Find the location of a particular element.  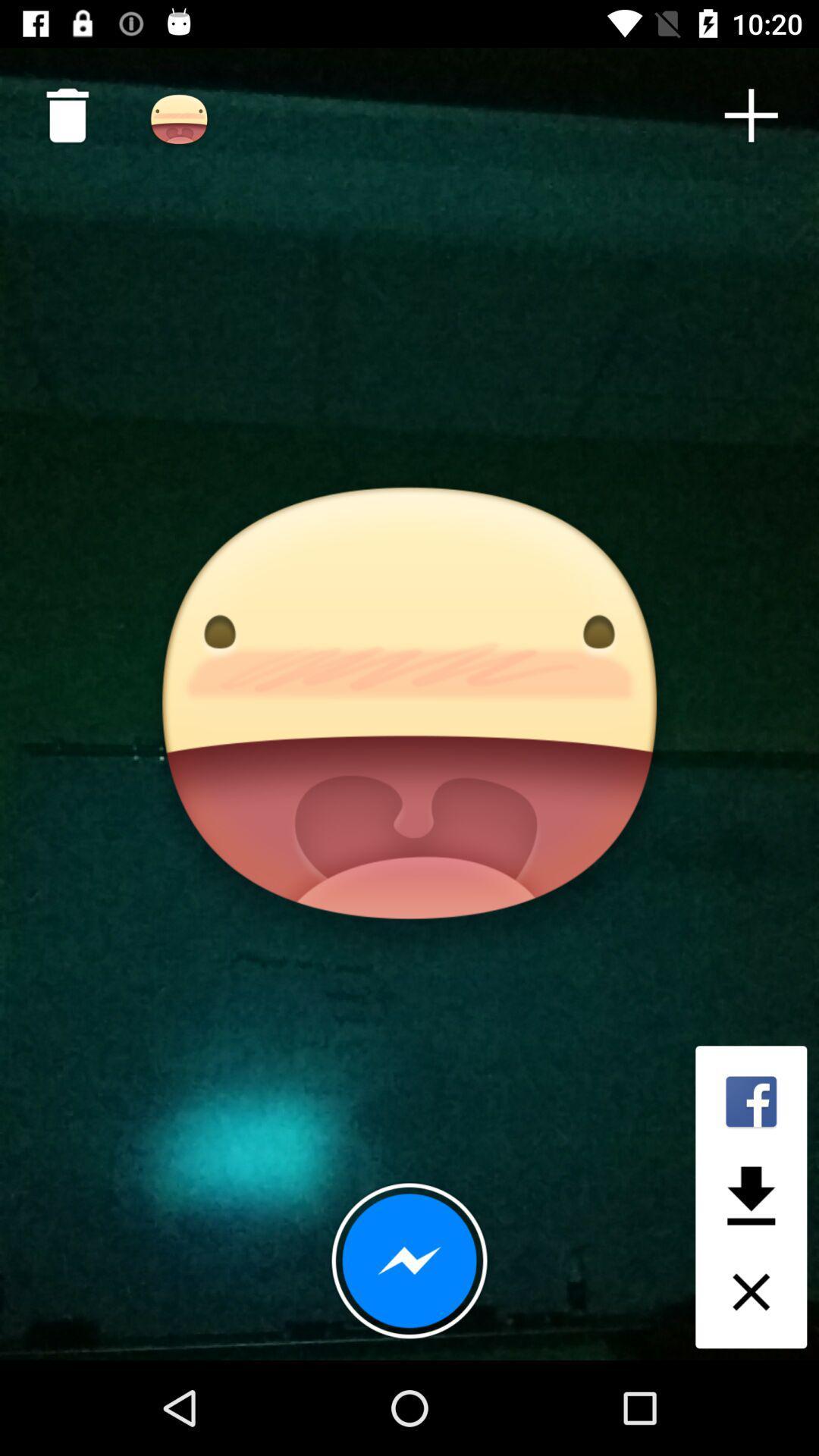

the add icon is located at coordinates (751, 115).